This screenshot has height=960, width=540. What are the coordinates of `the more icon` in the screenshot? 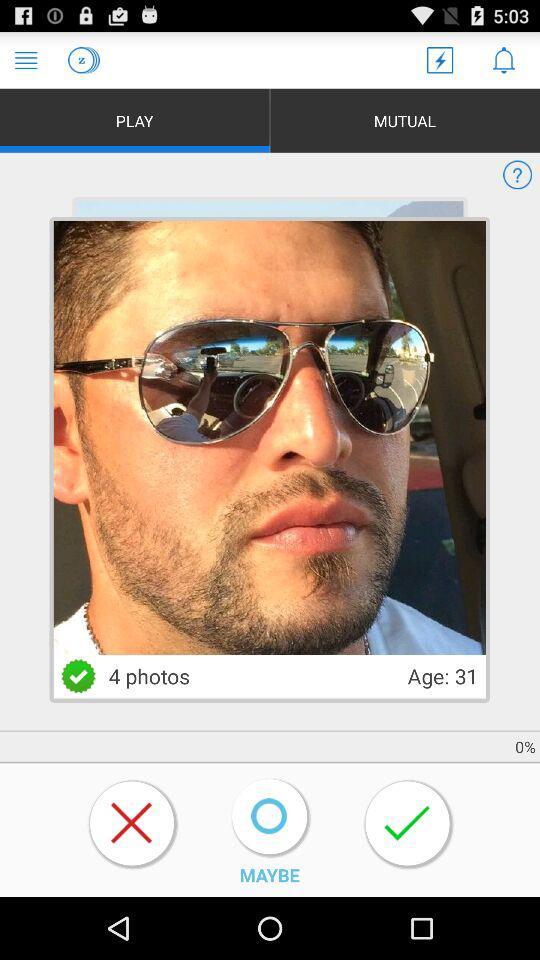 It's located at (100, 652).